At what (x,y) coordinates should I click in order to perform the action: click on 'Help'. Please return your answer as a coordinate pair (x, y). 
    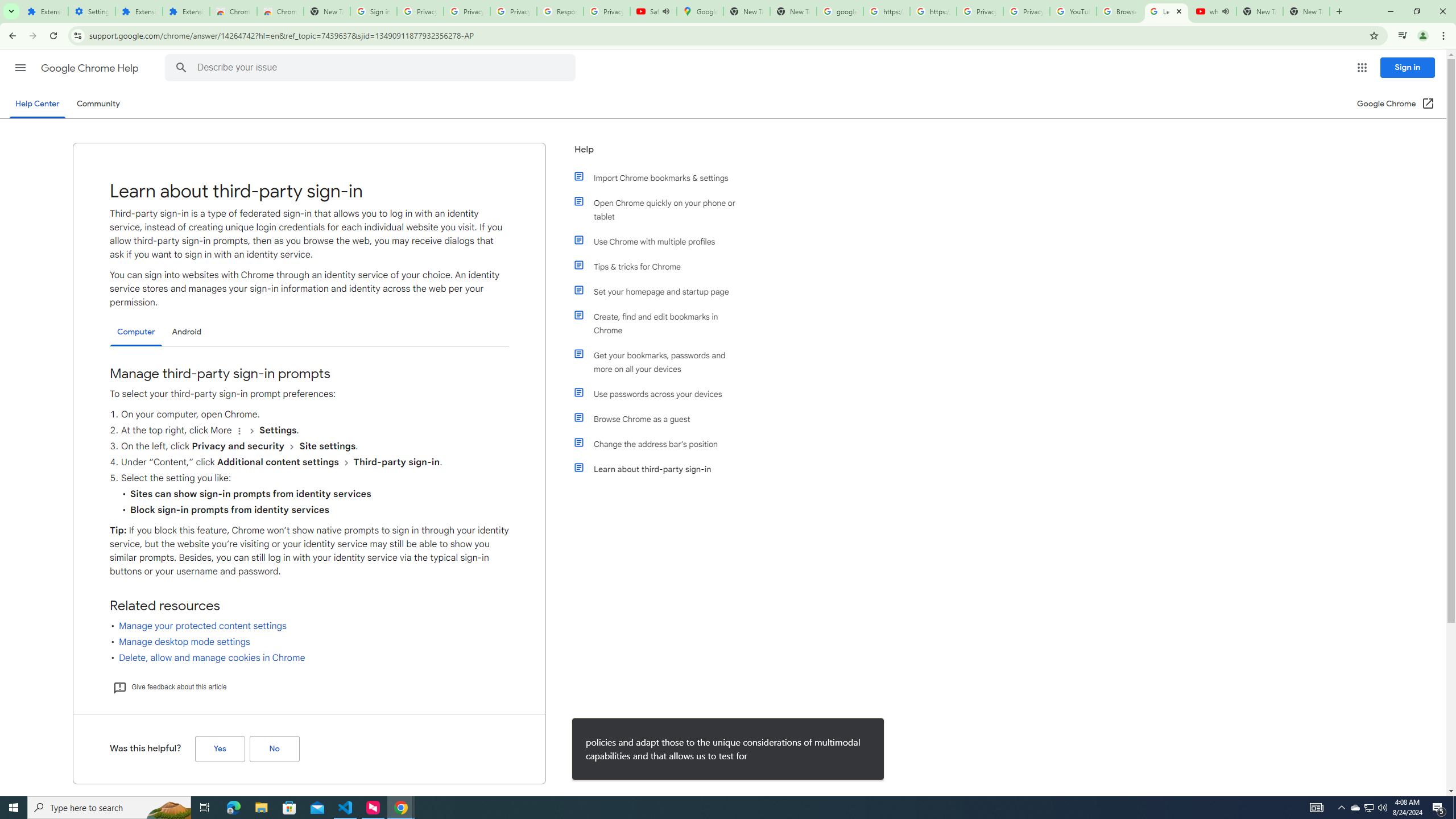
    Looking at the image, I should click on (656, 153).